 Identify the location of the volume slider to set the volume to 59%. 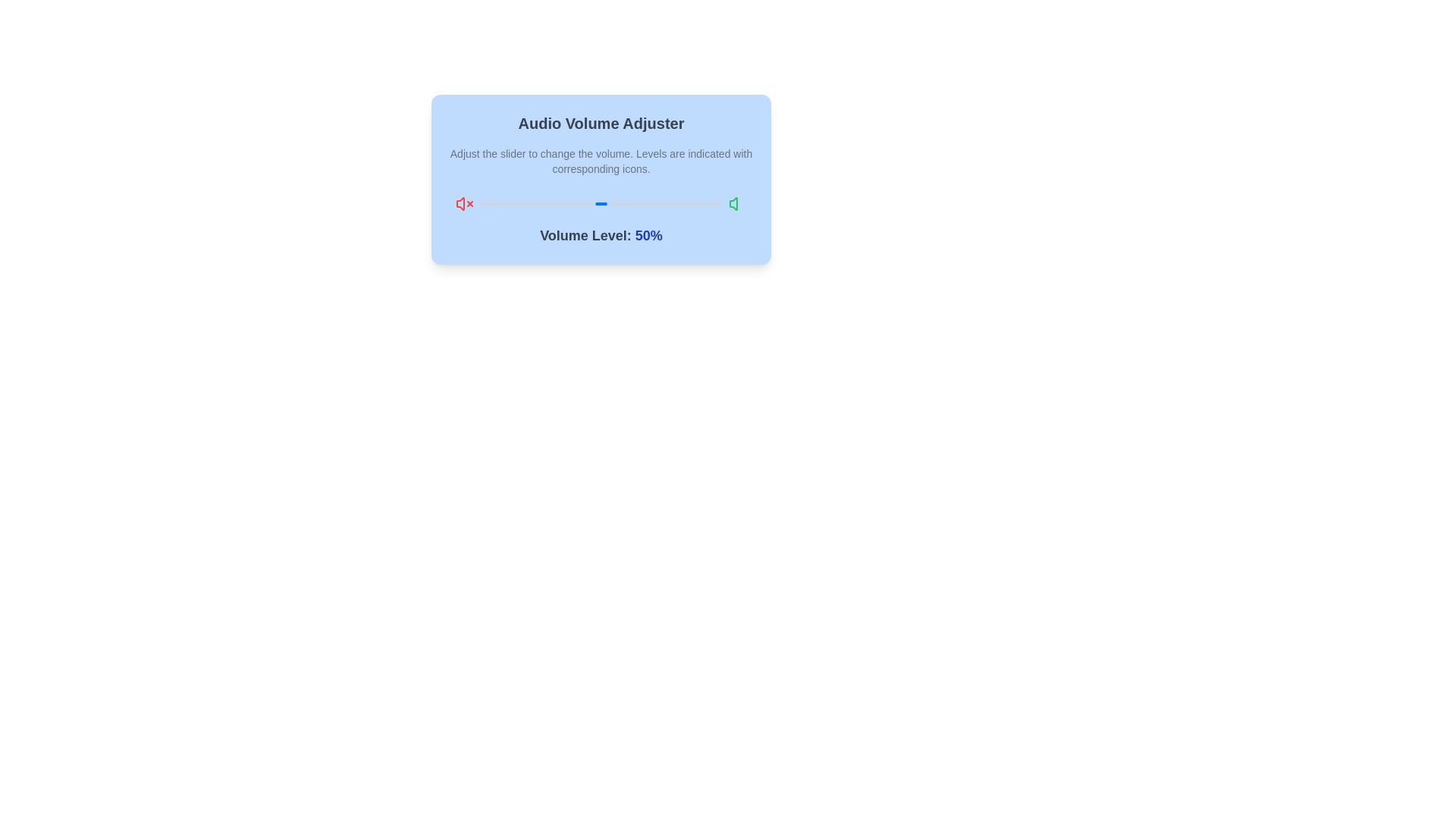
(623, 203).